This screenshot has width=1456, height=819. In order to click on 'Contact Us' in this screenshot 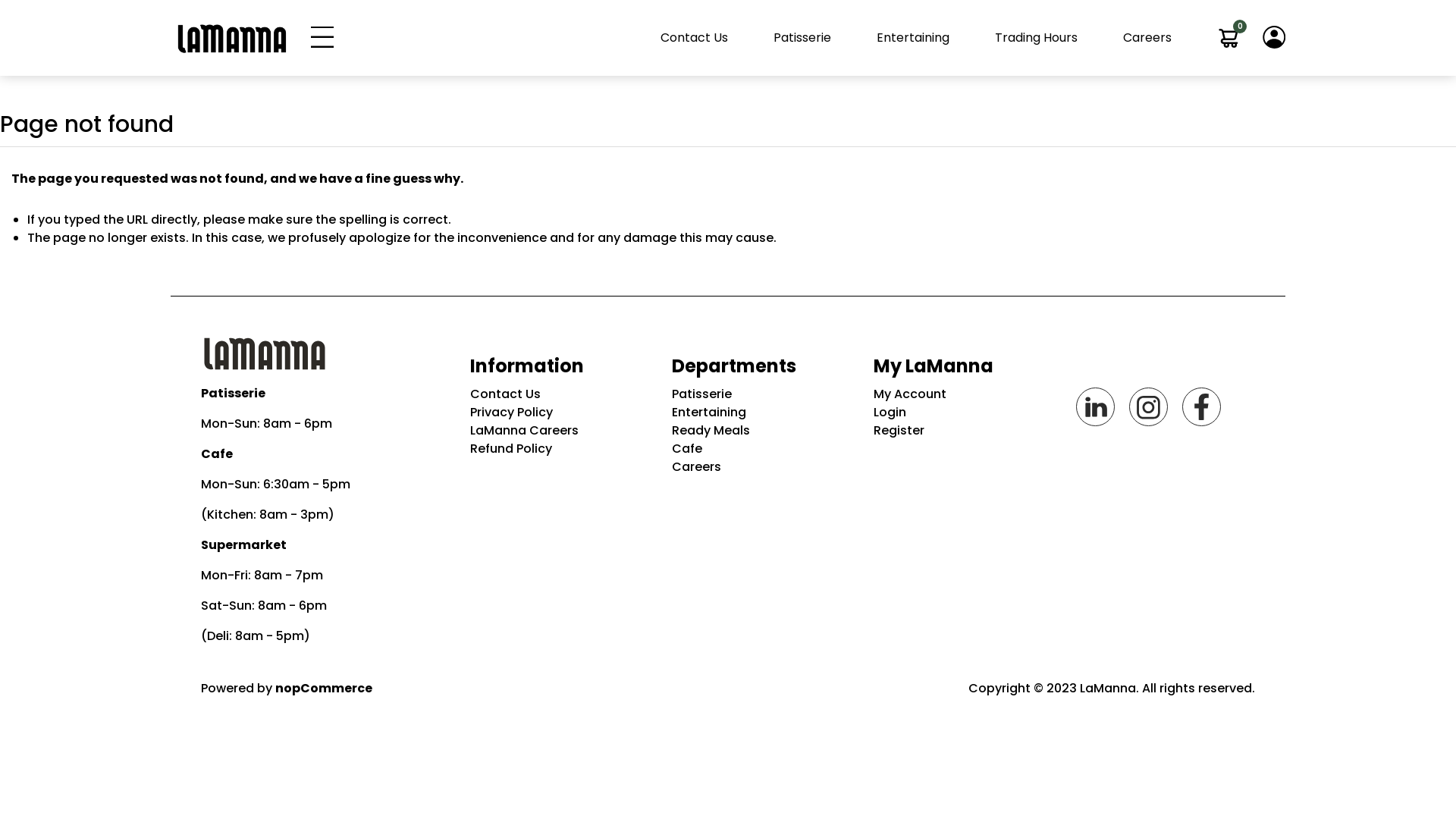, I will do `click(469, 394)`.